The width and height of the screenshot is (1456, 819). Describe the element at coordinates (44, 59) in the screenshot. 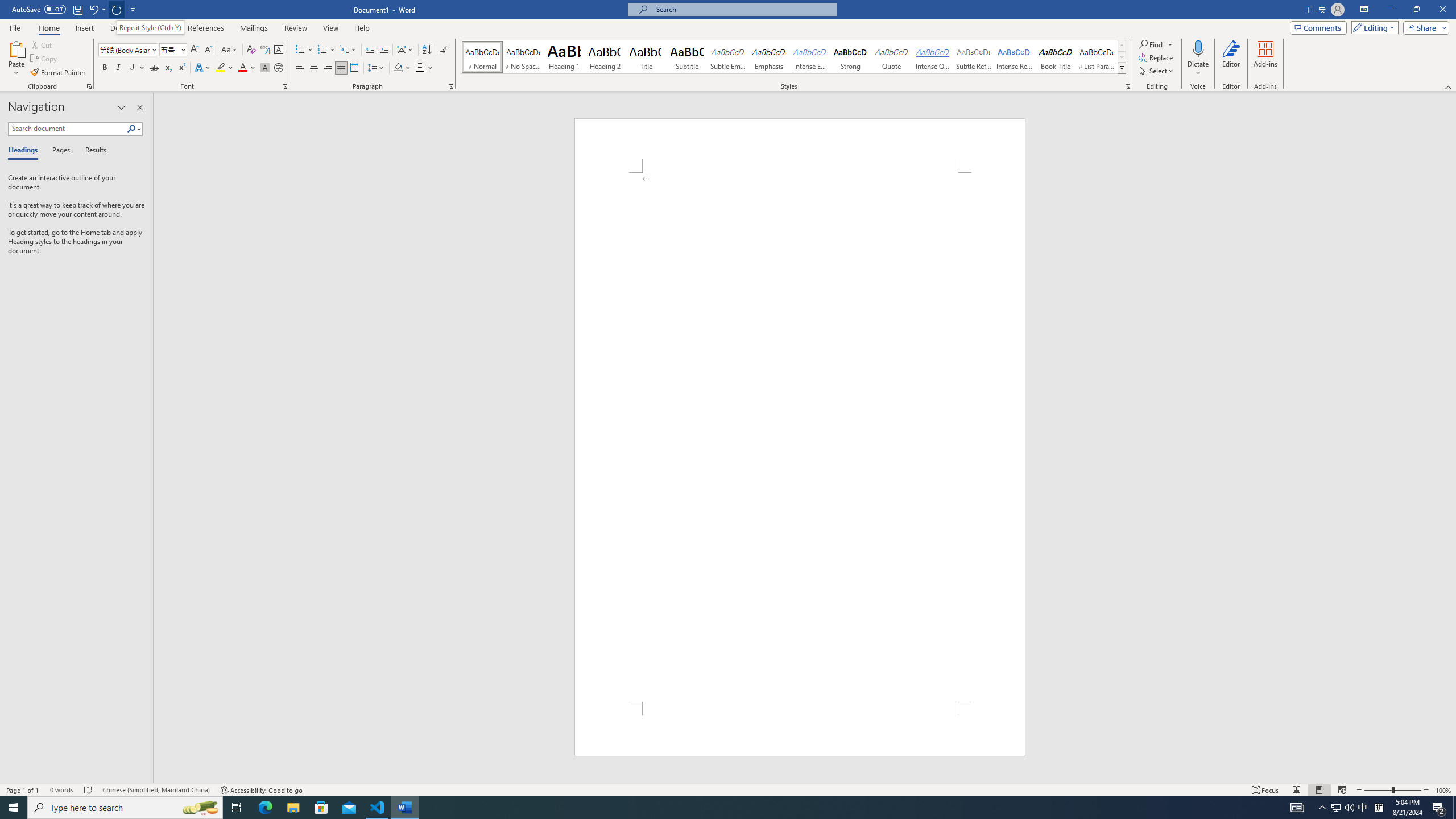

I see `'Copy'` at that location.